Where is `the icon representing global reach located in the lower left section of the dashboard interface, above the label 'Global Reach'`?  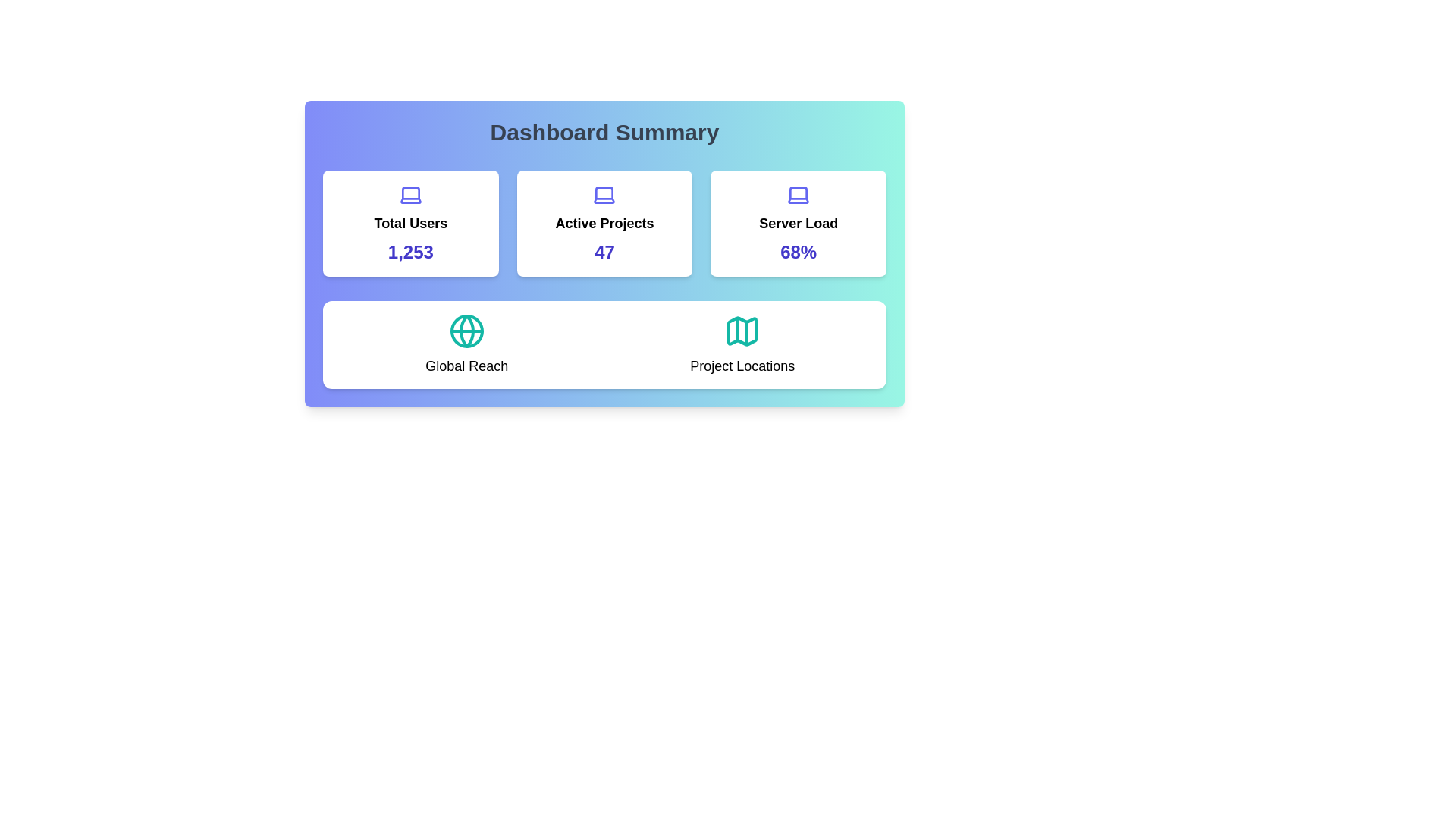 the icon representing global reach located in the lower left section of the dashboard interface, above the label 'Global Reach' is located at coordinates (466, 330).